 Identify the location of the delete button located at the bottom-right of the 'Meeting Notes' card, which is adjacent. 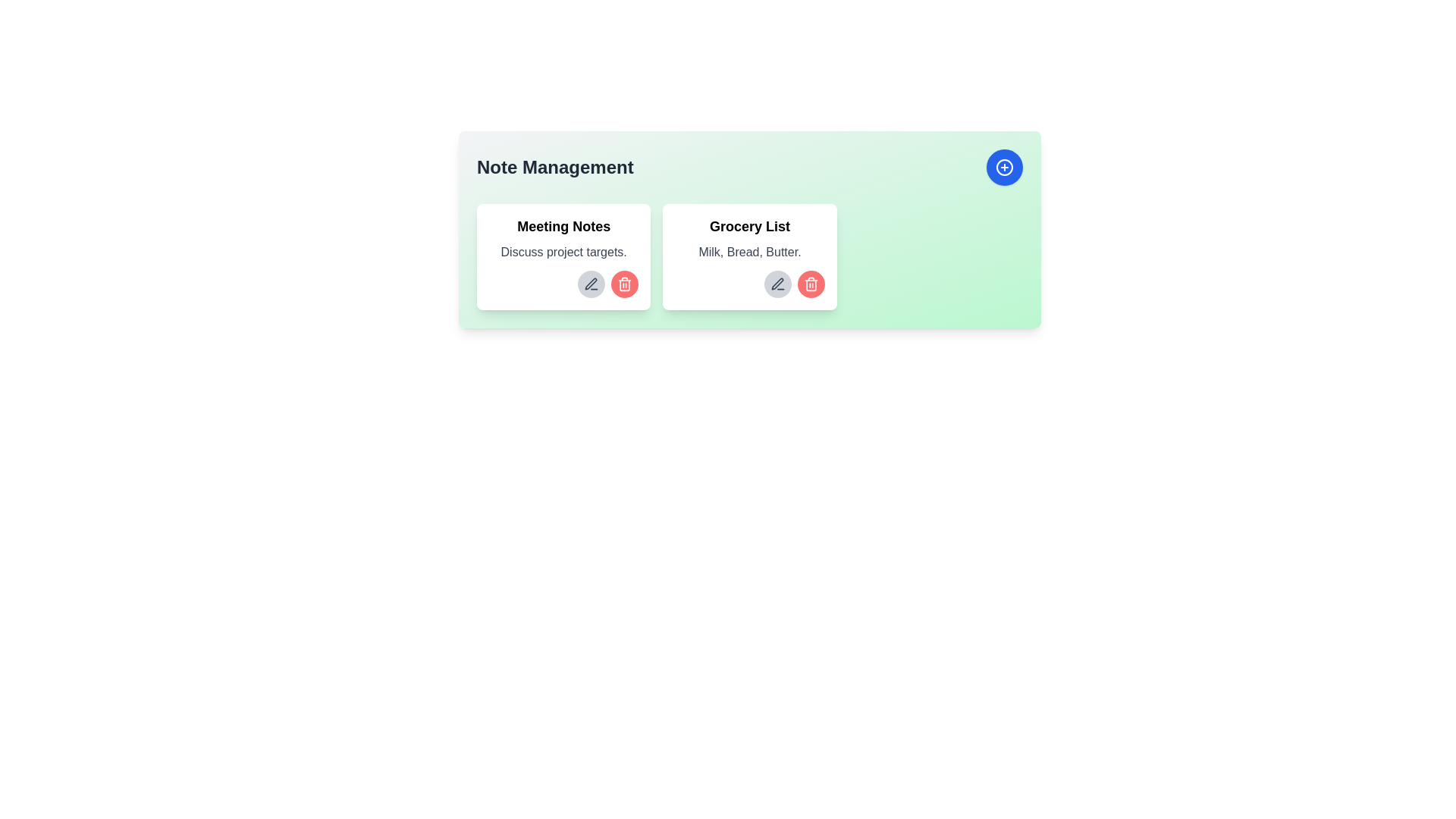
(625, 284).